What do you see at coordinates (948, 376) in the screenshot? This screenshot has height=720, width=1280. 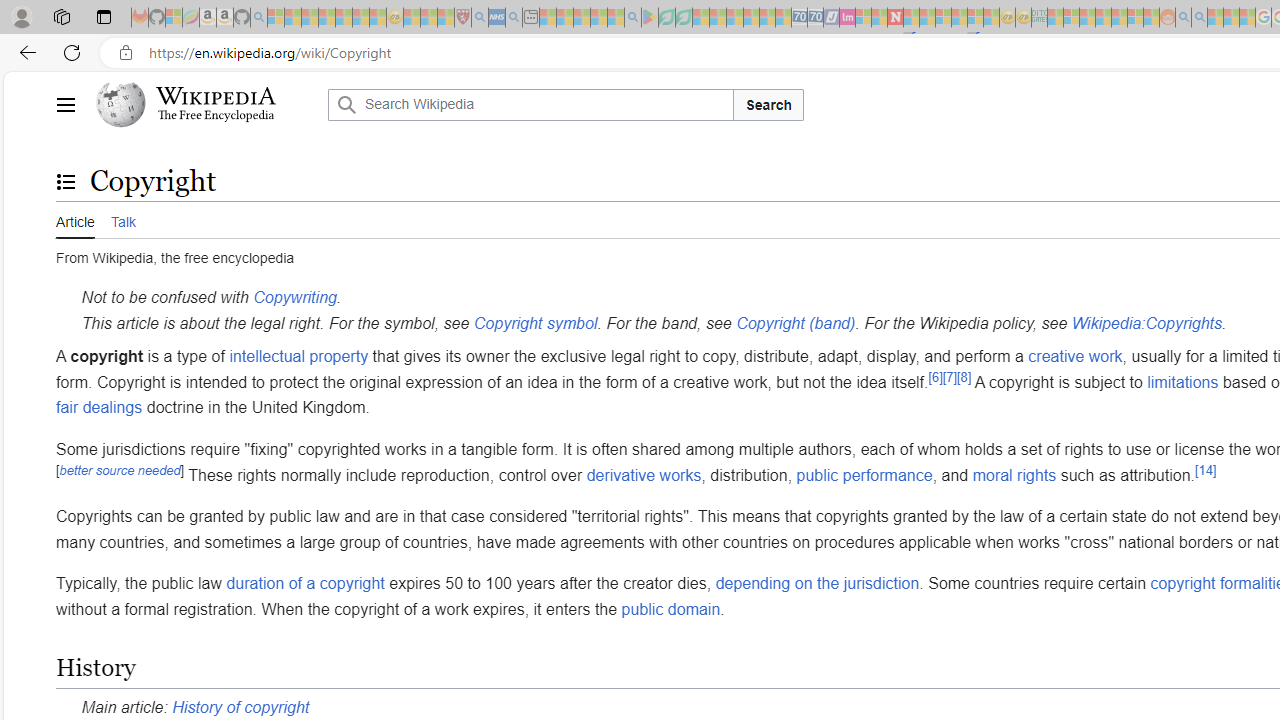 I see `'[7]'` at bounding box center [948, 376].